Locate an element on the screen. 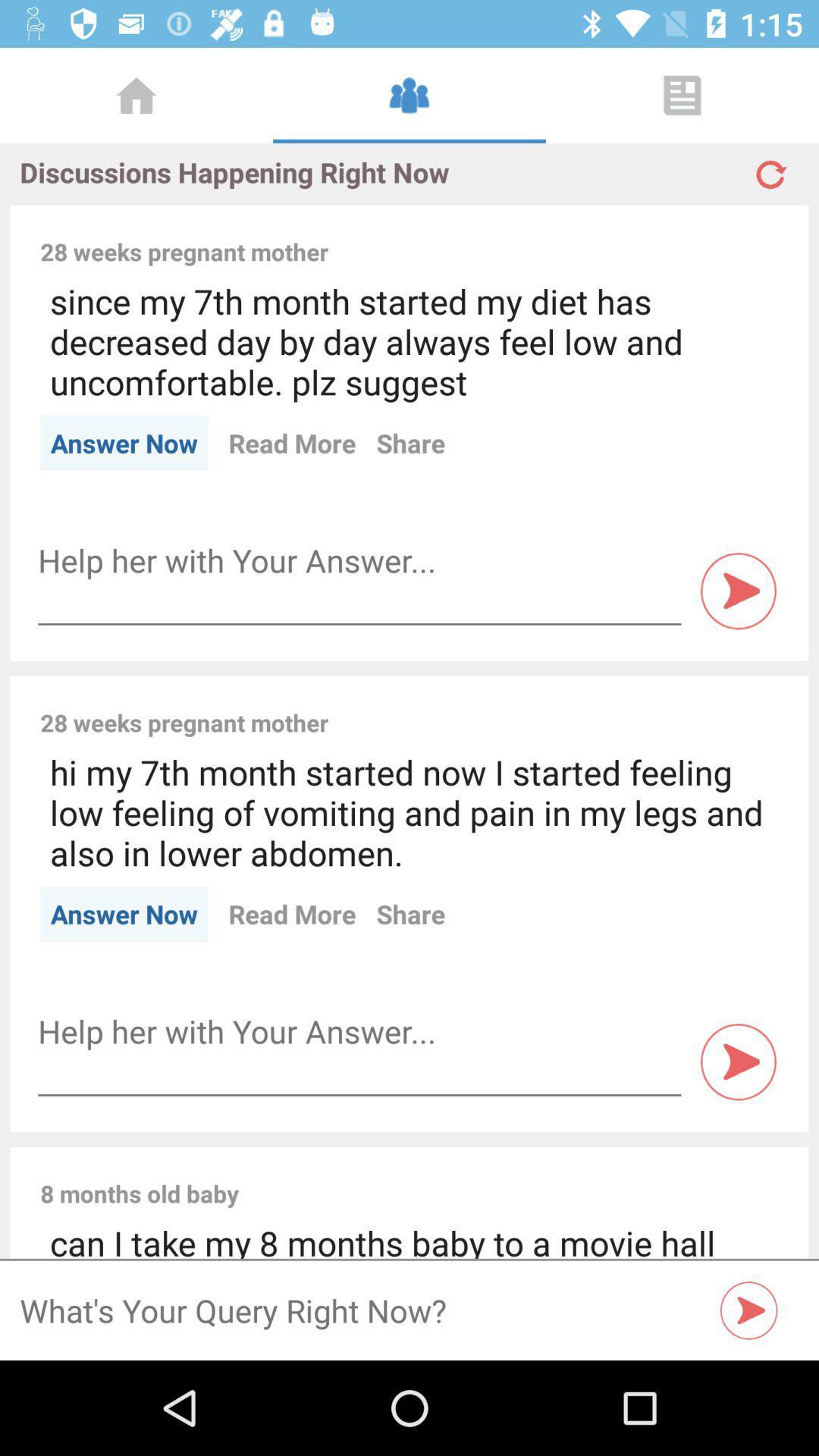  wirte your help answer is located at coordinates (359, 1031).